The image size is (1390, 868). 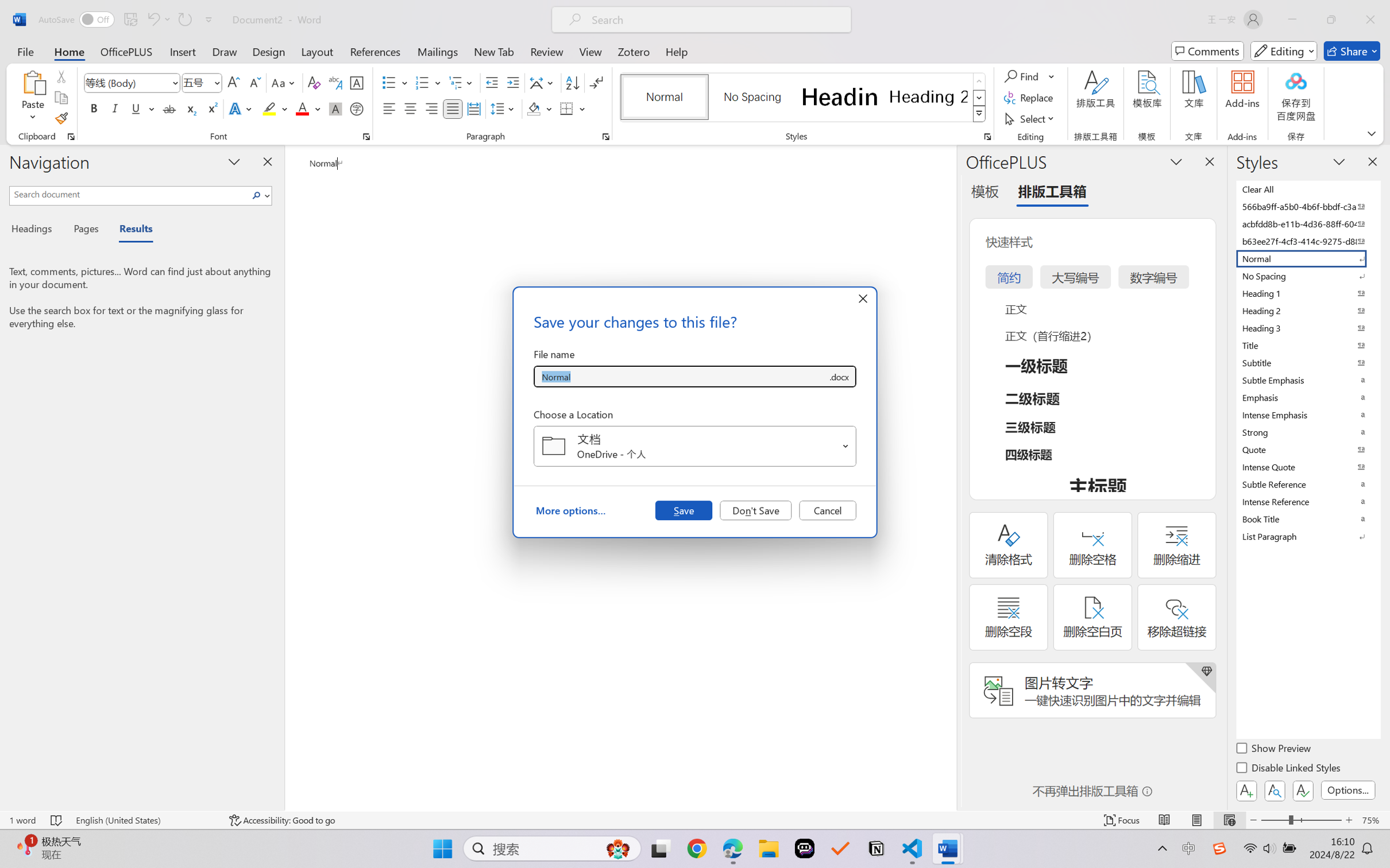 What do you see at coordinates (268, 51) in the screenshot?
I see `'Design'` at bounding box center [268, 51].